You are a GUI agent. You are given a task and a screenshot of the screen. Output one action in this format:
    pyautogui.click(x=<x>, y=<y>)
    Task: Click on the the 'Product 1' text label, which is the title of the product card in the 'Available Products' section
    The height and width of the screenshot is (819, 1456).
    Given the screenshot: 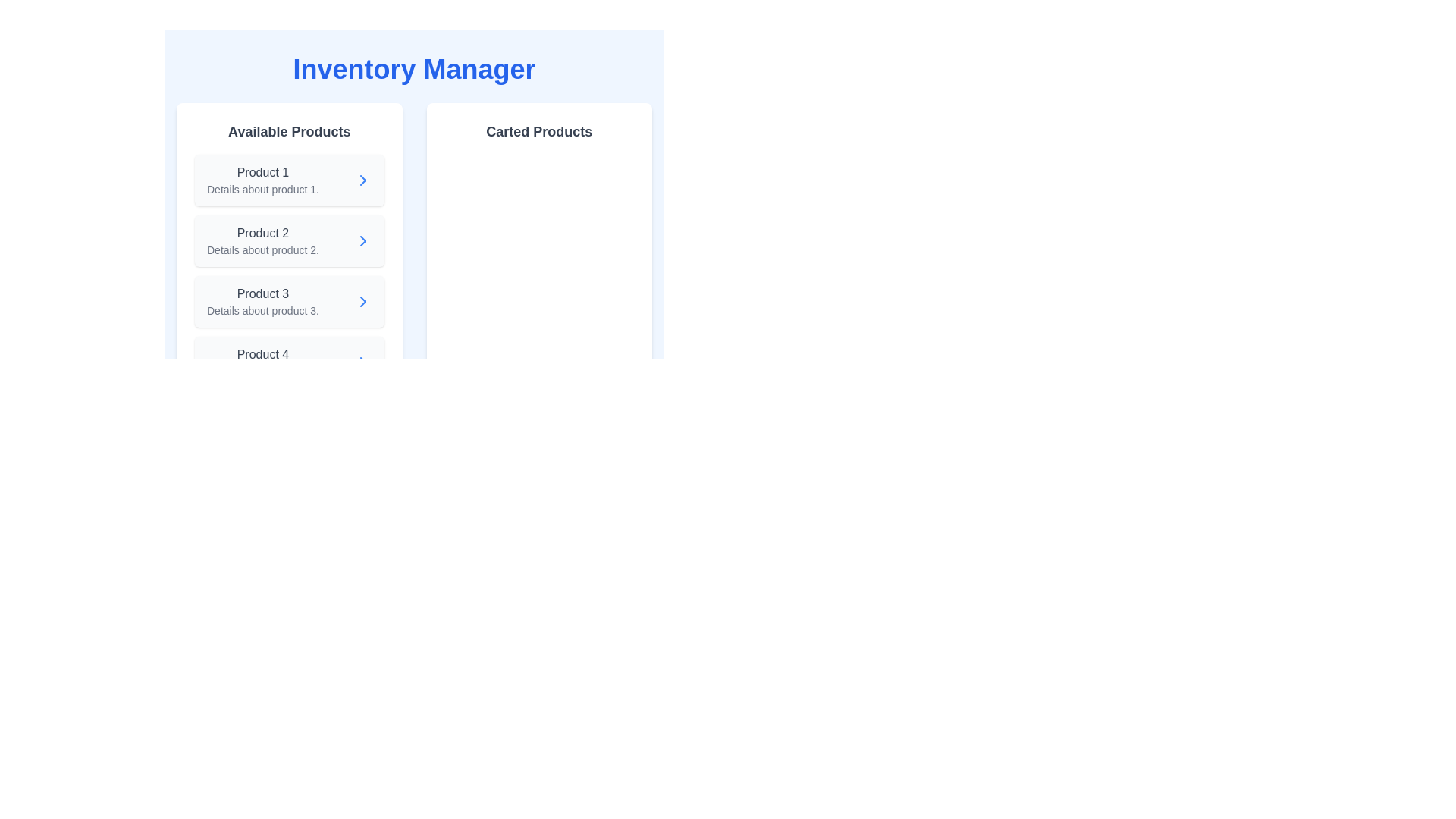 What is the action you would take?
    pyautogui.click(x=262, y=171)
    